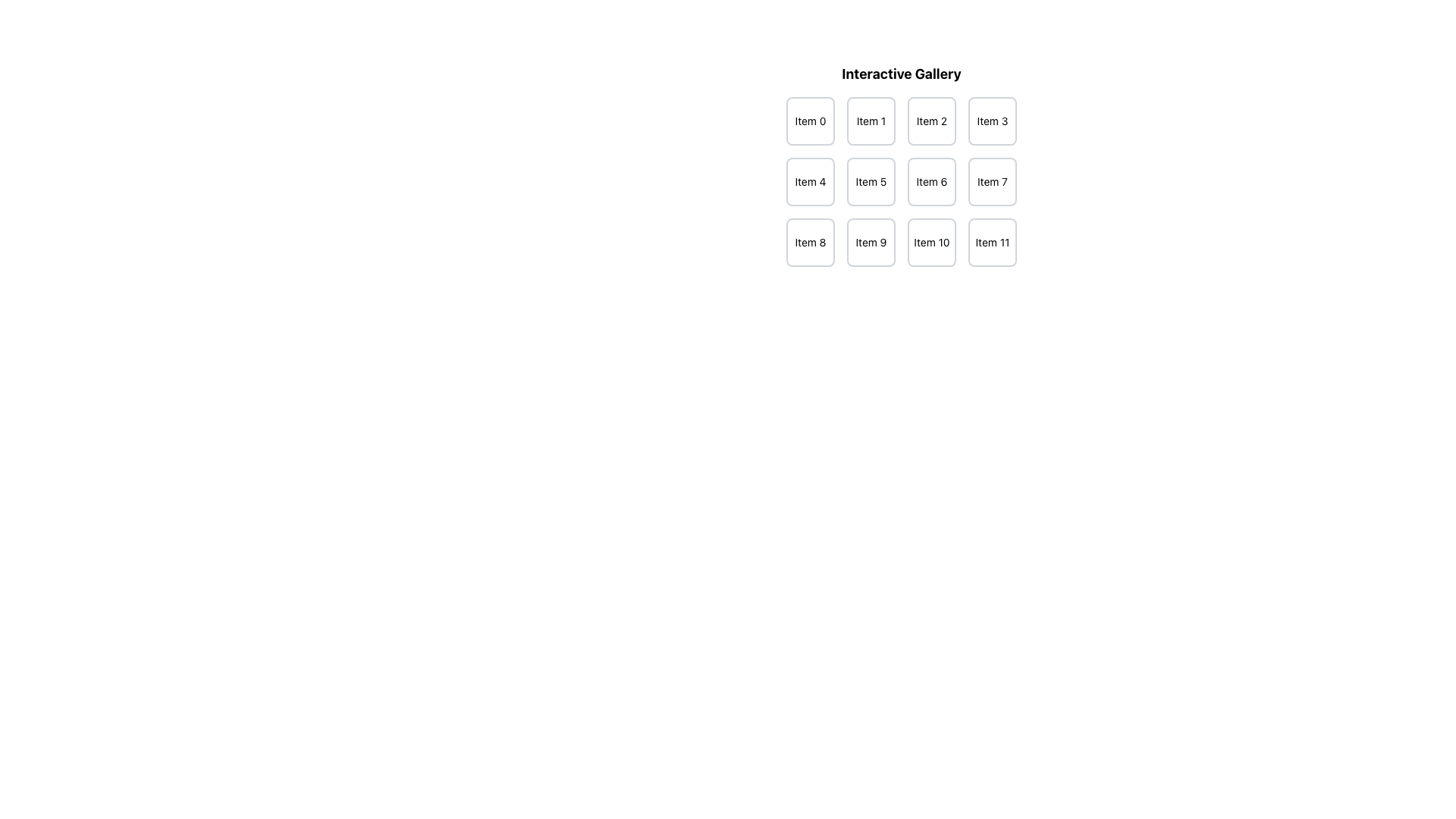  Describe the element at coordinates (871, 180) in the screenshot. I see `the Text Label displaying 'Item 5' which is located in the second row and second column of a 4x3 grid layout` at that location.